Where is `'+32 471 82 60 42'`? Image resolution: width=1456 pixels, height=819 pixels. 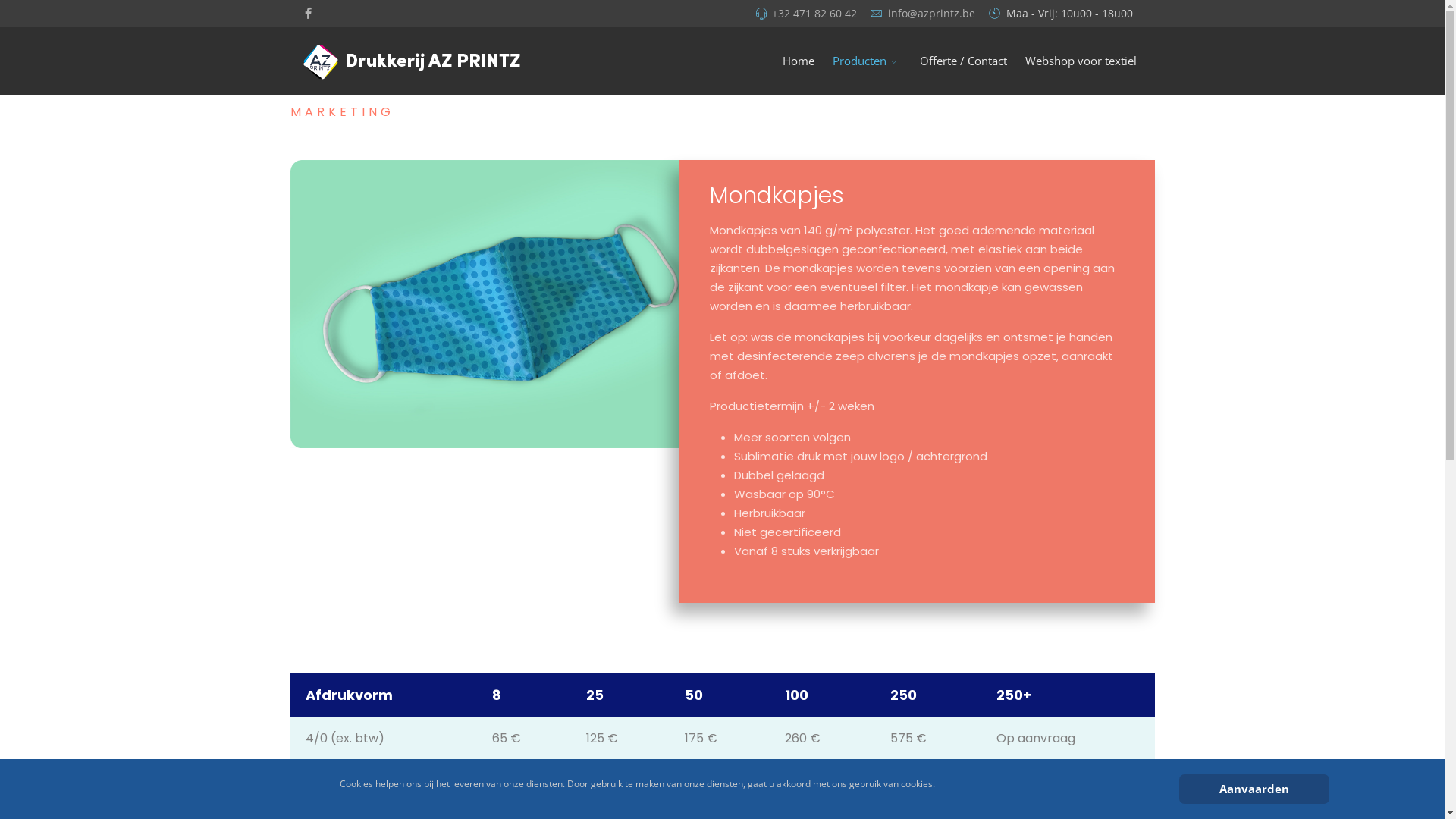
'+32 471 82 60 42' is located at coordinates (814, 14).